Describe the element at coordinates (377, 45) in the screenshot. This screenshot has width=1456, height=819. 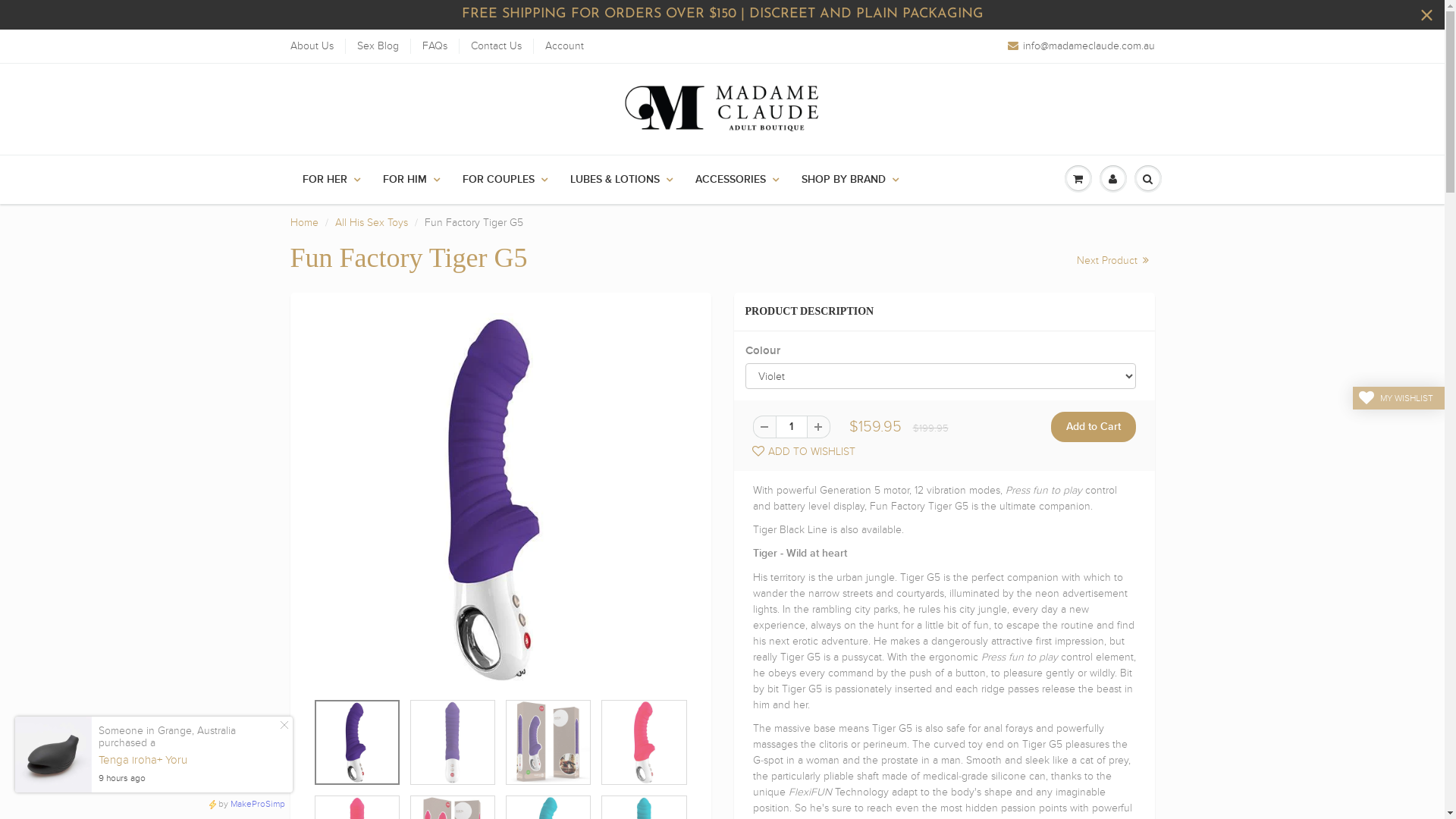
I see `'Sex Blog'` at that location.